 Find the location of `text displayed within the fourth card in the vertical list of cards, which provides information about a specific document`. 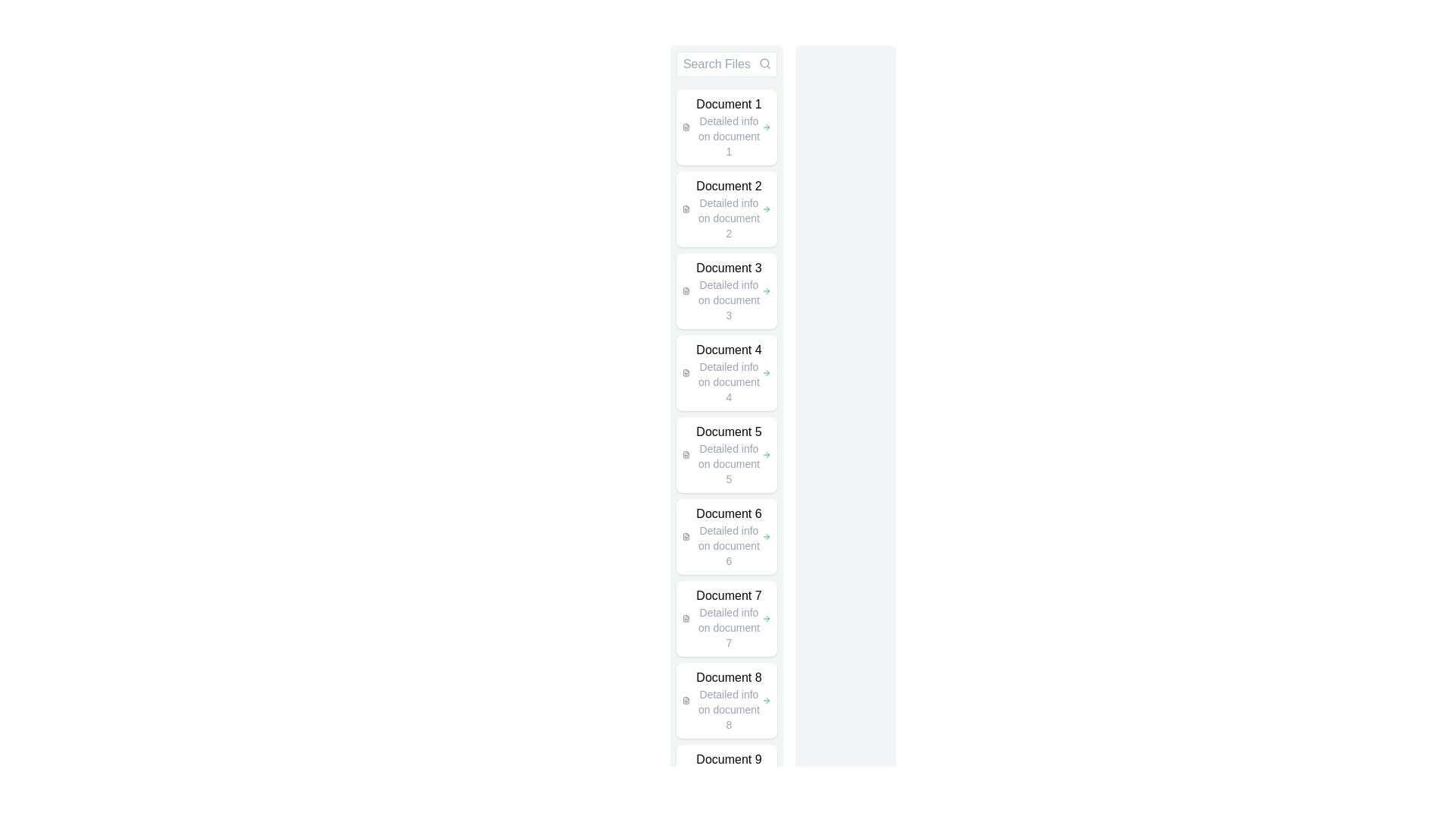

text displayed within the fourth card in the vertical list of cards, which provides information about a specific document is located at coordinates (729, 373).